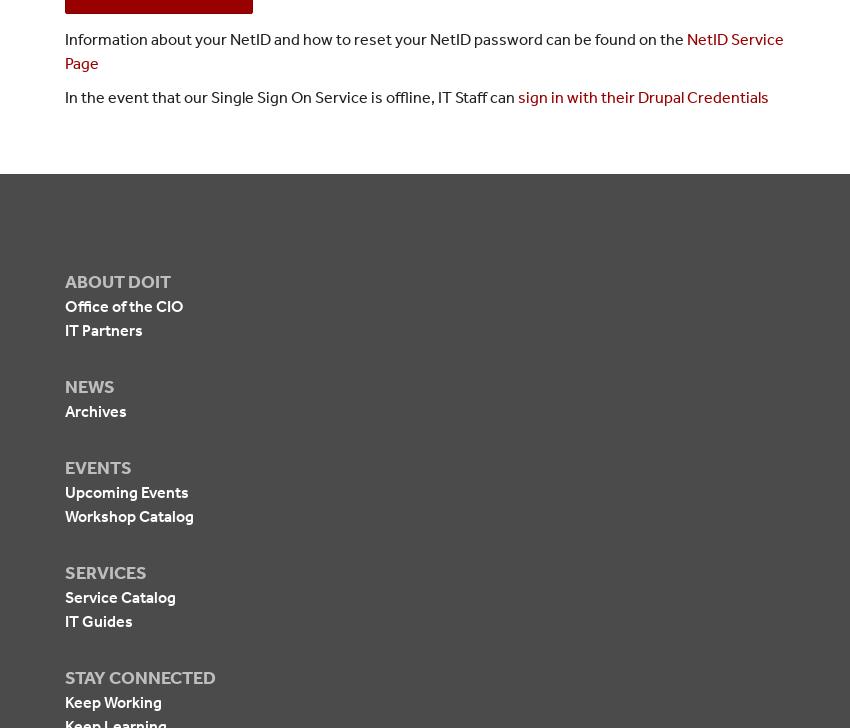 The height and width of the screenshot is (728, 850). What do you see at coordinates (375, 39) in the screenshot?
I see `'Information about your NetID and how to reset your NetID password can be found on the'` at bounding box center [375, 39].